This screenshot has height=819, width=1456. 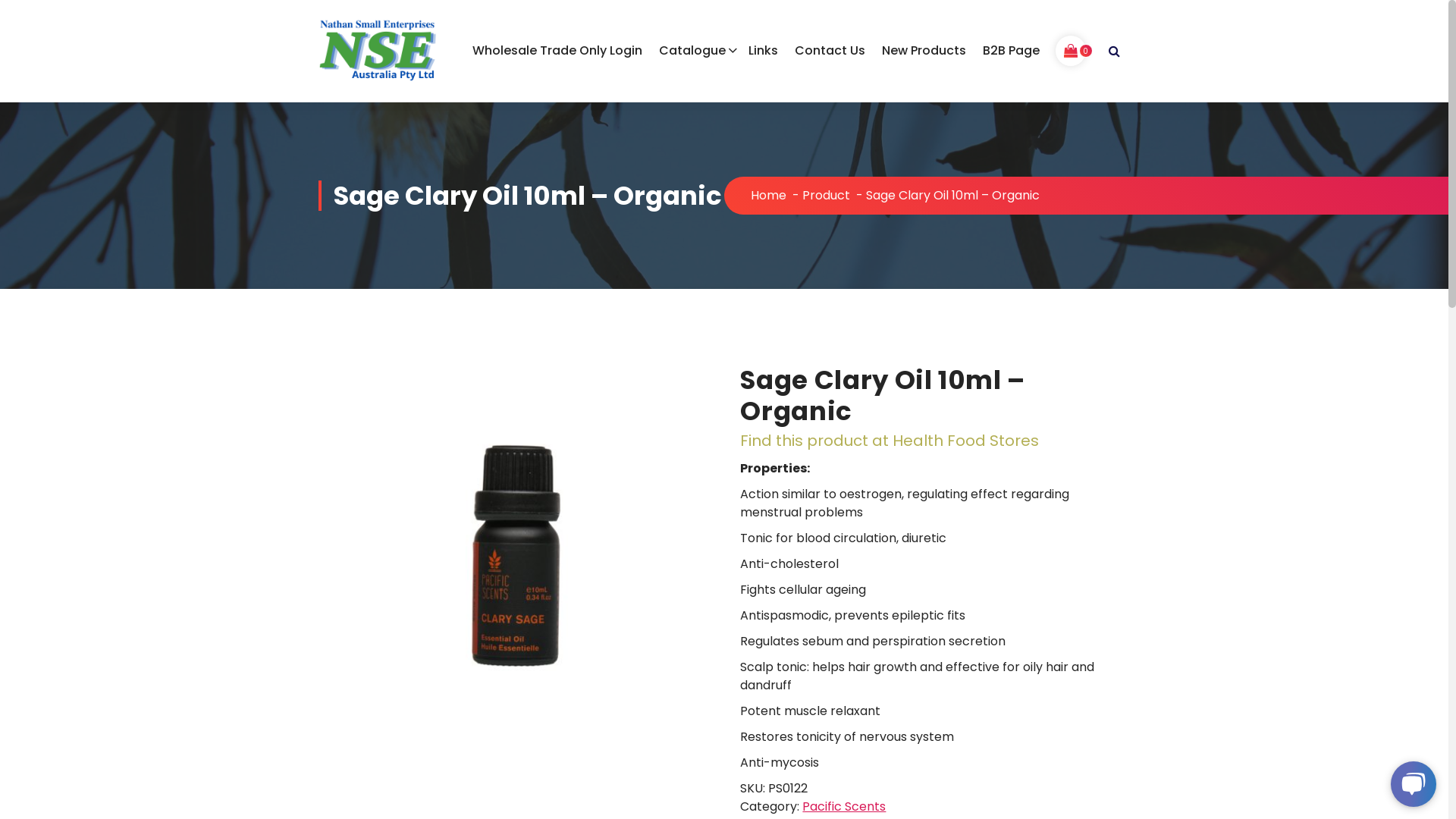 What do you see at coordinates (825, 194) in the screenshot?
I see `'Product'` at bounding box center [825, 194].